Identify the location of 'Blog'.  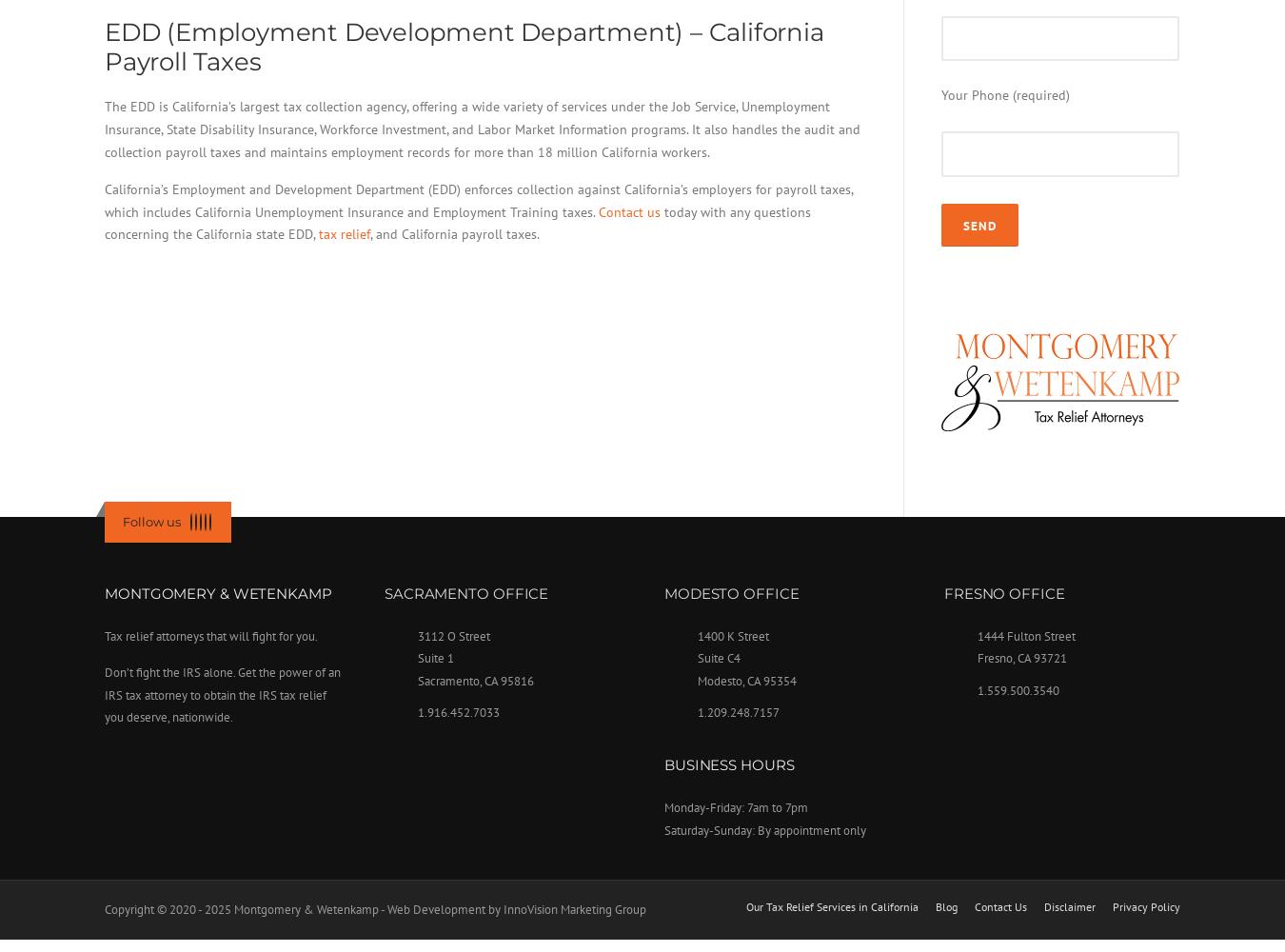
(945, 905).